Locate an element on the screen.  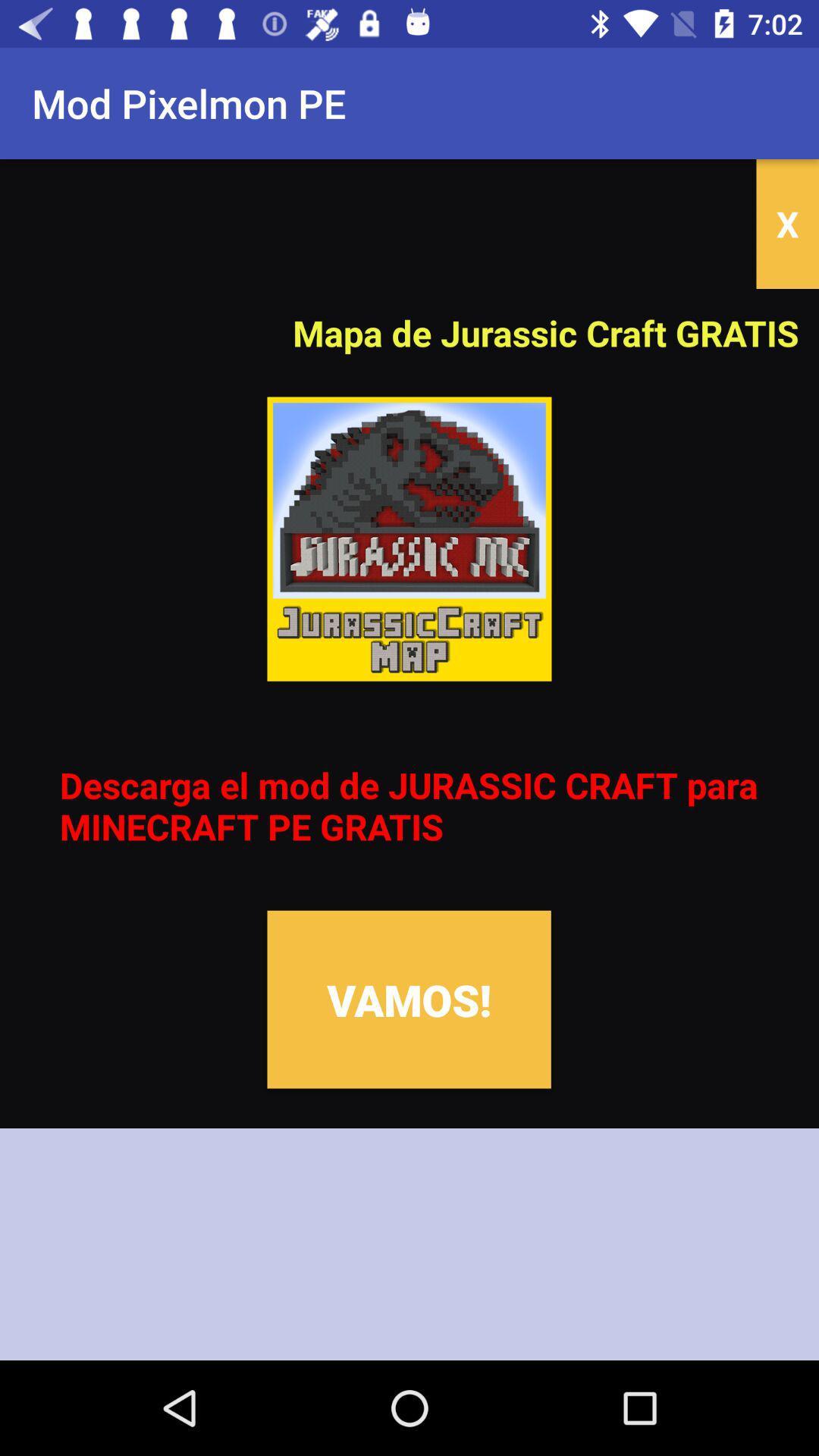
the icon below descarga el mod icon is located at coordinates (408, 999).